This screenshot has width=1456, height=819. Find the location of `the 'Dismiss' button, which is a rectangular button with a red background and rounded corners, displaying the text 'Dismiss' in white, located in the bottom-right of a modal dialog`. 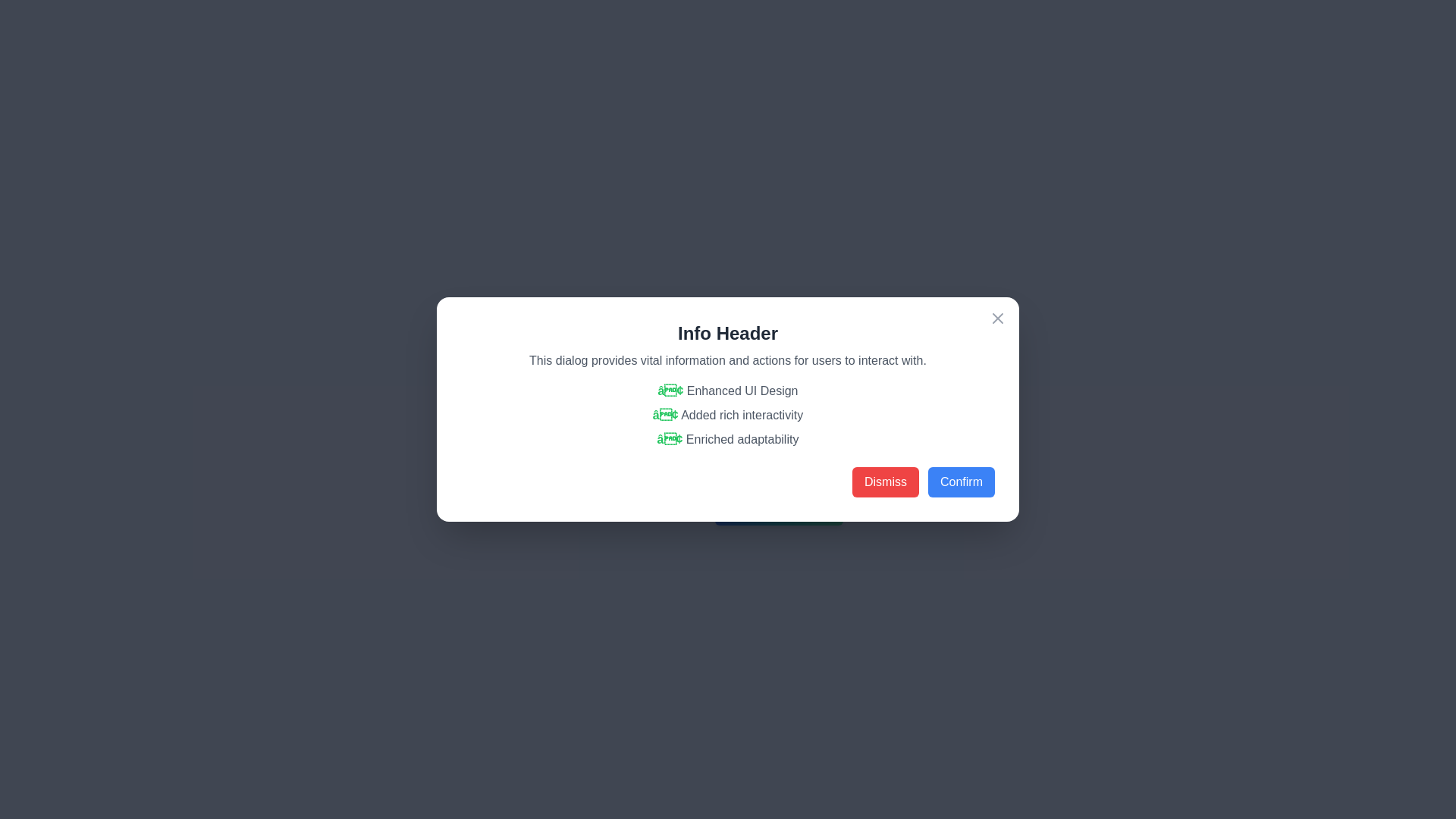

the 'Dismiss' button, which is a rectangular button with a red background and rounded corners, displaying the text 'Dismiss' in white, located in the bottom-right of a modal dialog is located at coordinates (885, 482).